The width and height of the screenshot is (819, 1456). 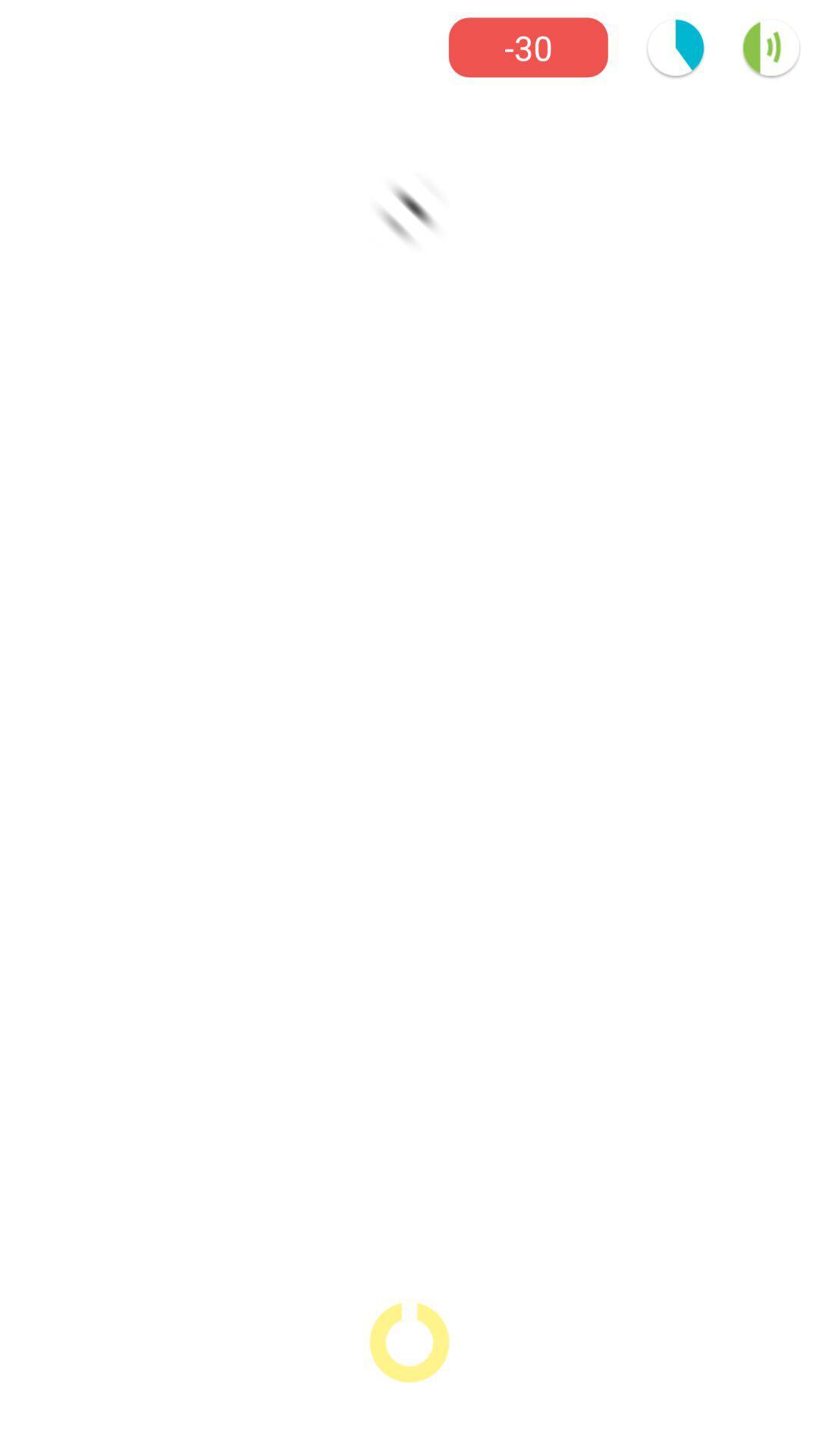 What do you see at coordinates (409, 211) in the screenshot?
I see `the navigation icon` at bounding box center [409, 211].